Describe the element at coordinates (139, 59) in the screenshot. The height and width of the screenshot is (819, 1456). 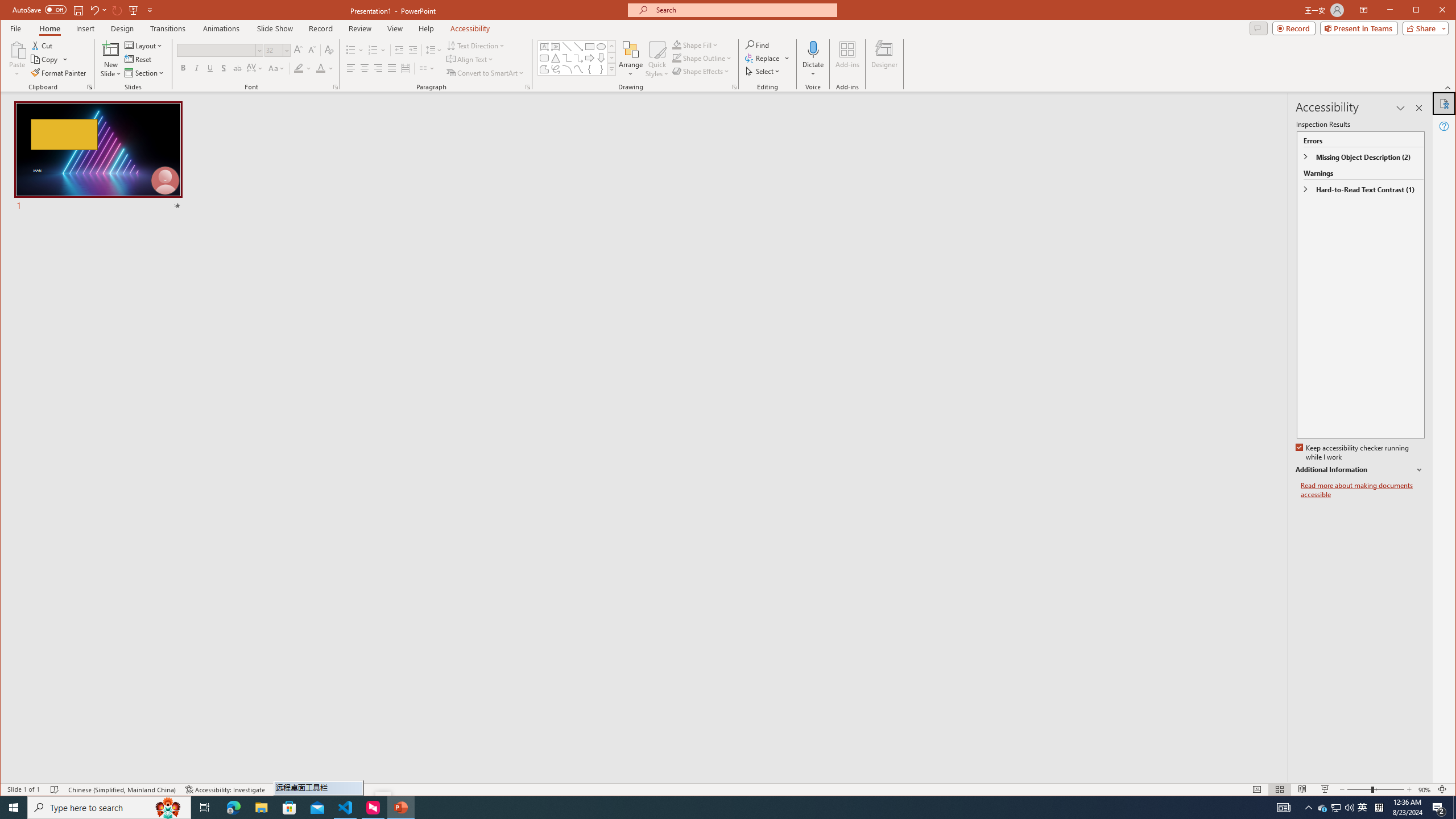
I see `'Reset'` at that location.